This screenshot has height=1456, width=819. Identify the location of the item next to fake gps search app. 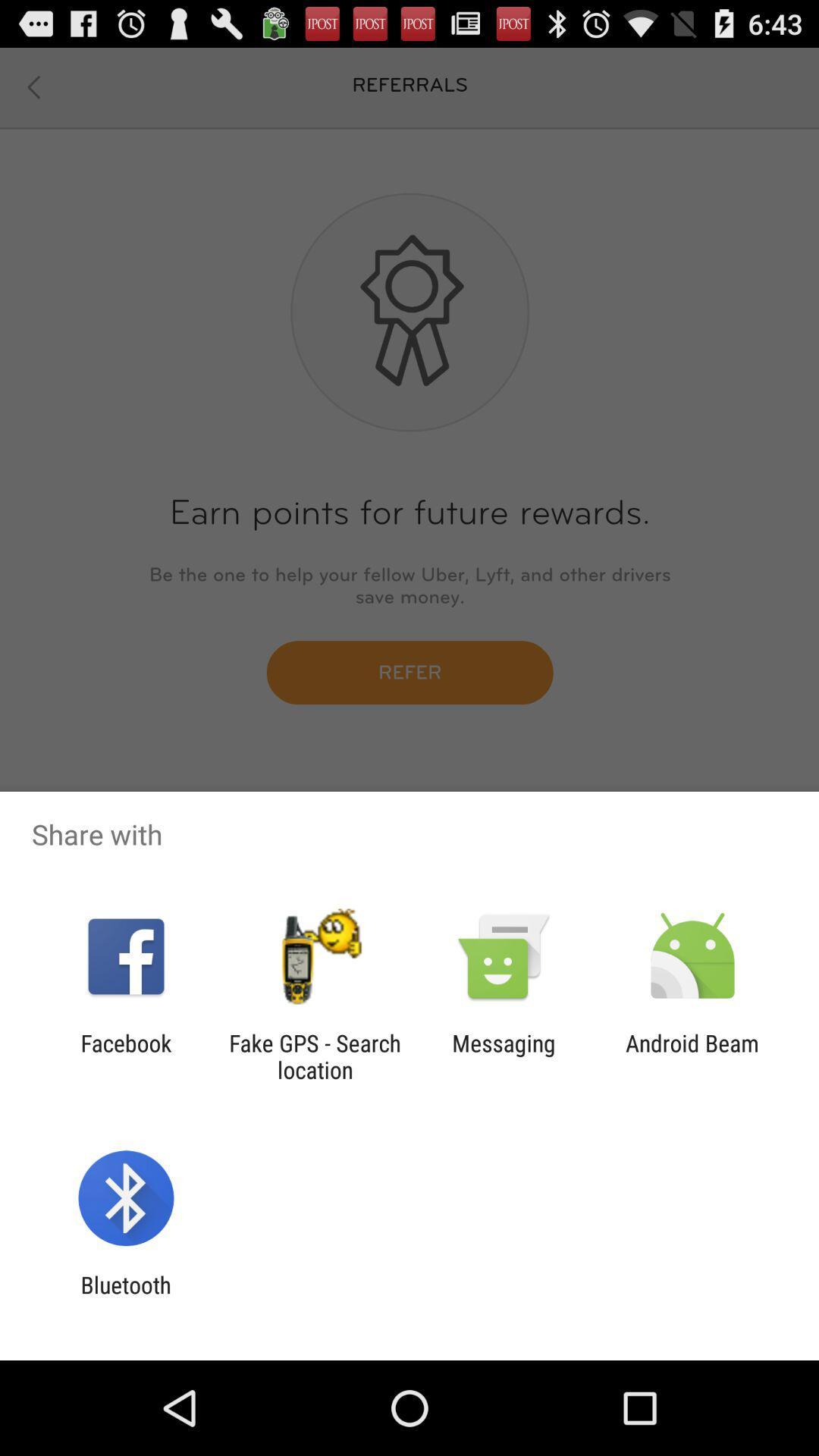
(125, 1056).